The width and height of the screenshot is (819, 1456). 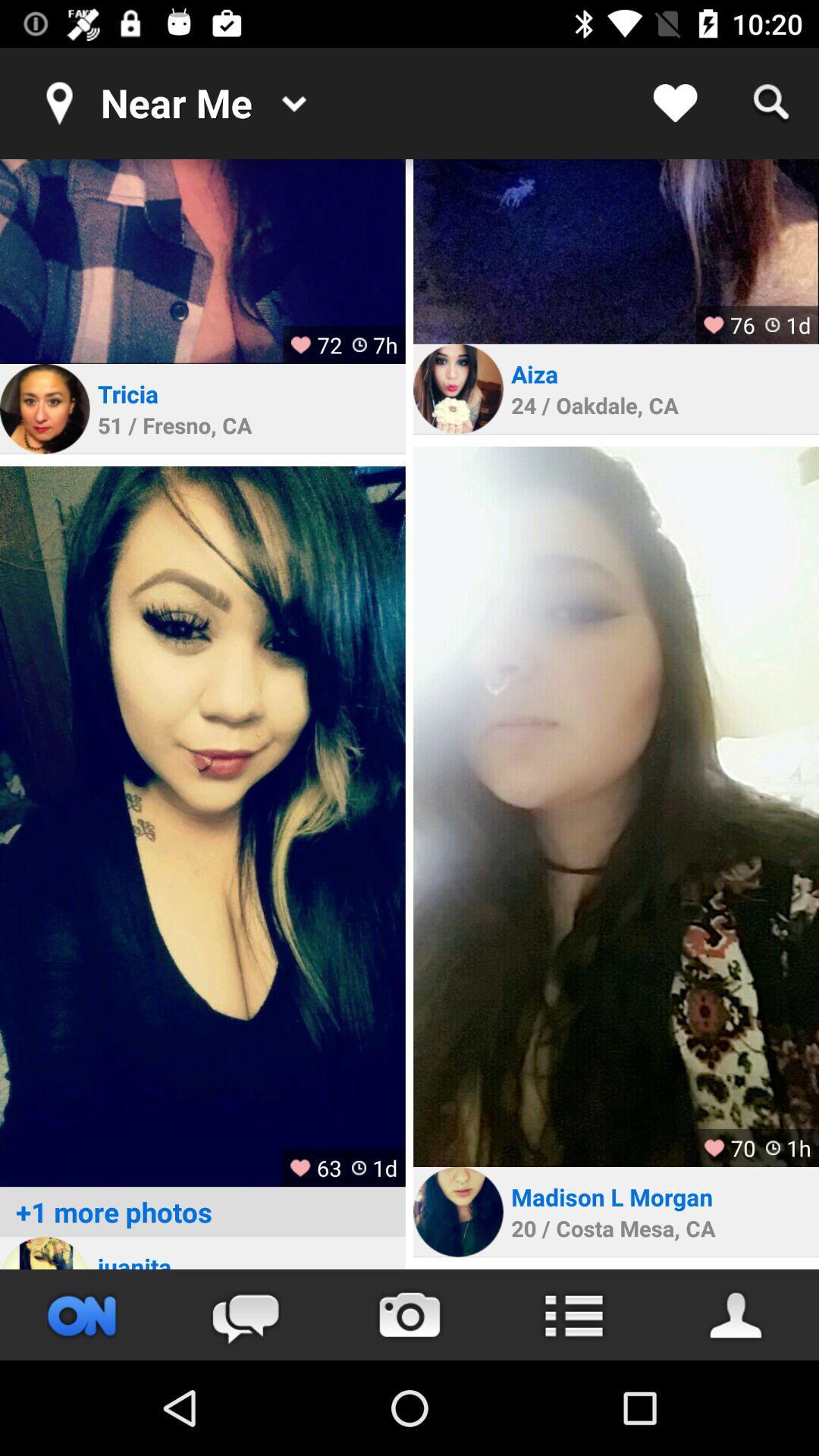 What do you see at coordinates (457, 1211) in the screenshot?
I see `view profile picture` at bounding box center [457, 1211].